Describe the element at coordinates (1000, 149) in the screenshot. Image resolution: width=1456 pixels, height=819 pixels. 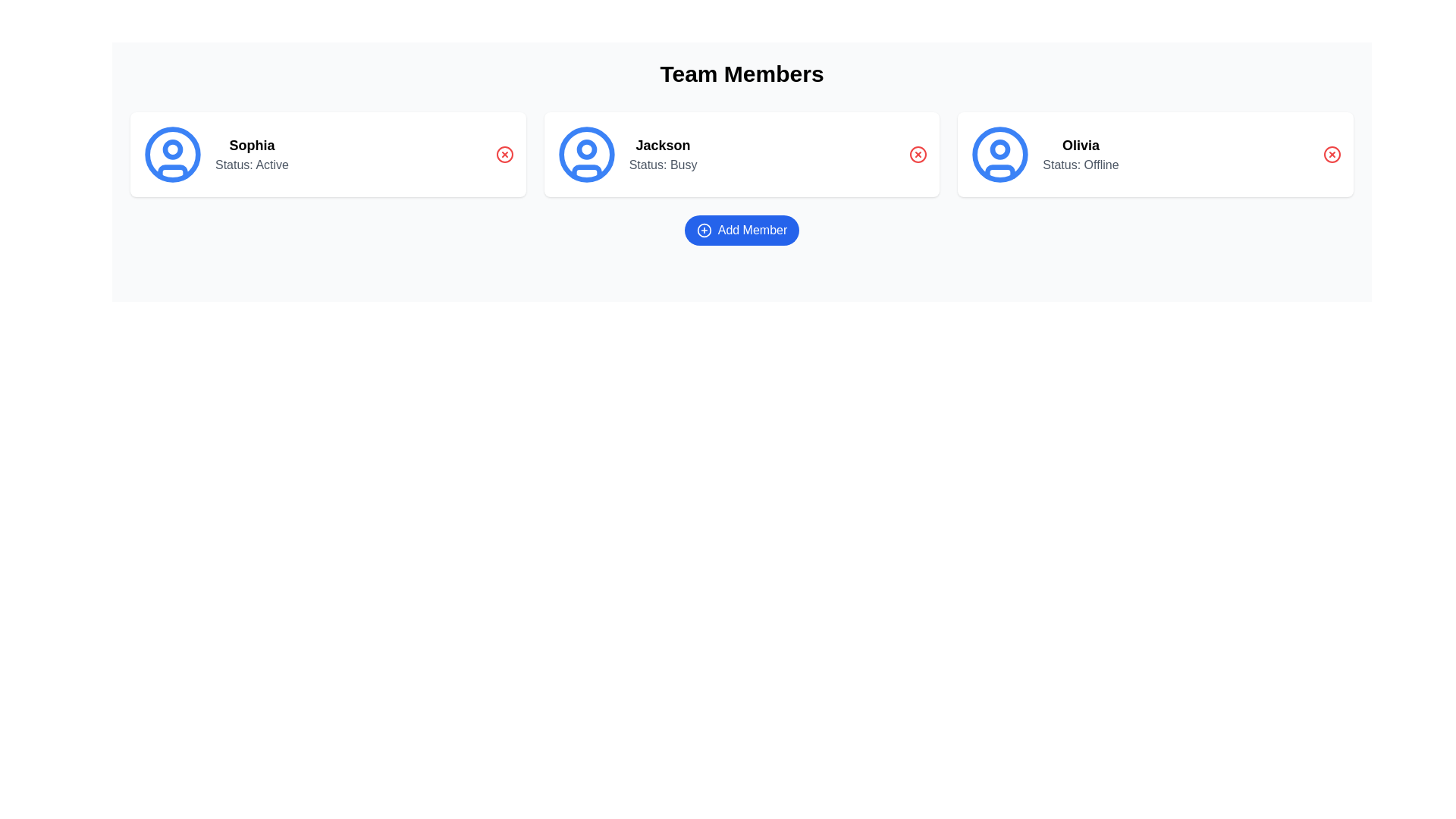
I see `the decorative graphical element within the profile icon of the user card labeled 'Olivia', which is positioned in the rightmost position among three user cards` at that location.